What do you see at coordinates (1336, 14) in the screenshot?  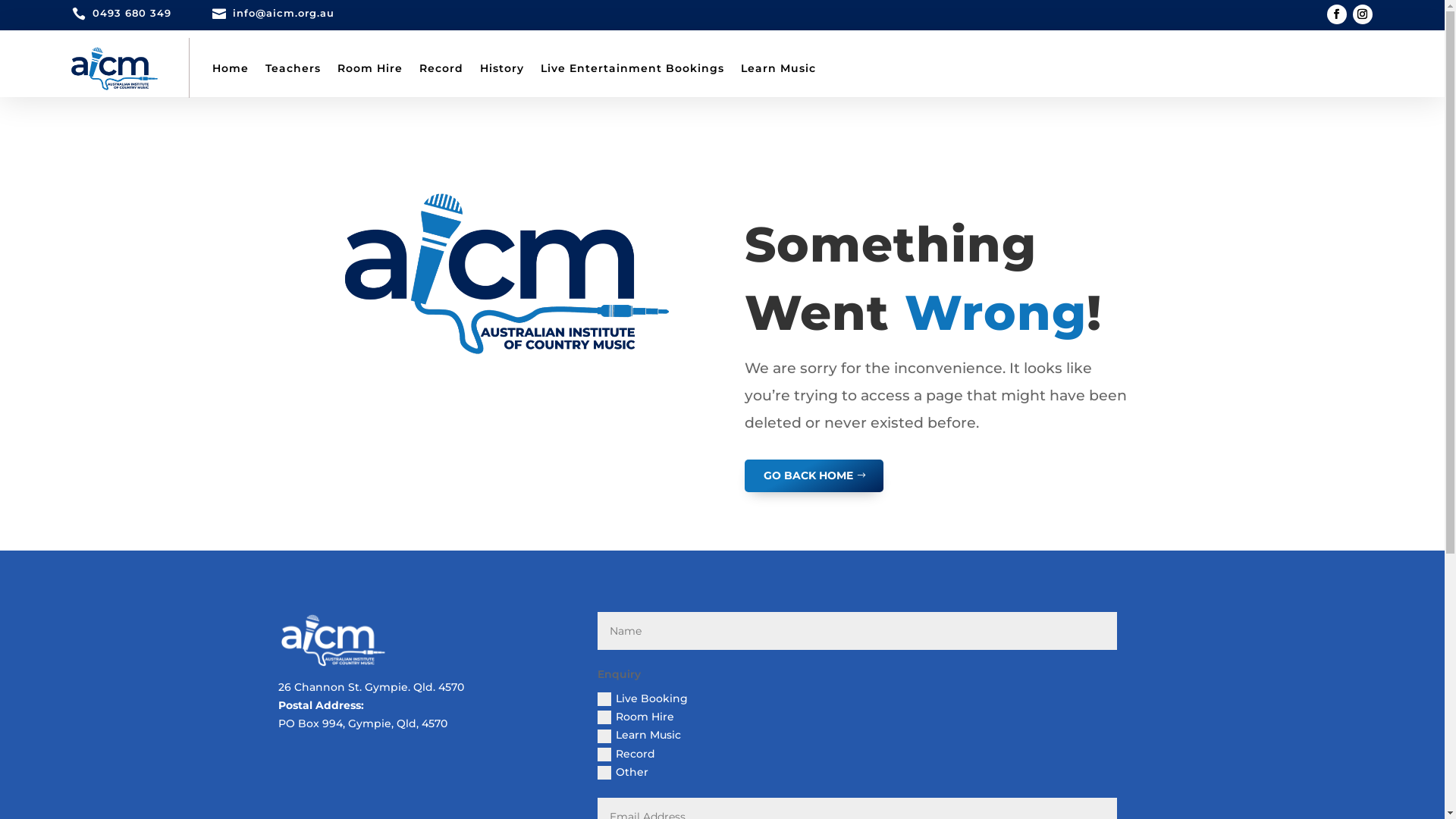 I see `'Follow on Facebook'` at bounding box center [1336, 14].